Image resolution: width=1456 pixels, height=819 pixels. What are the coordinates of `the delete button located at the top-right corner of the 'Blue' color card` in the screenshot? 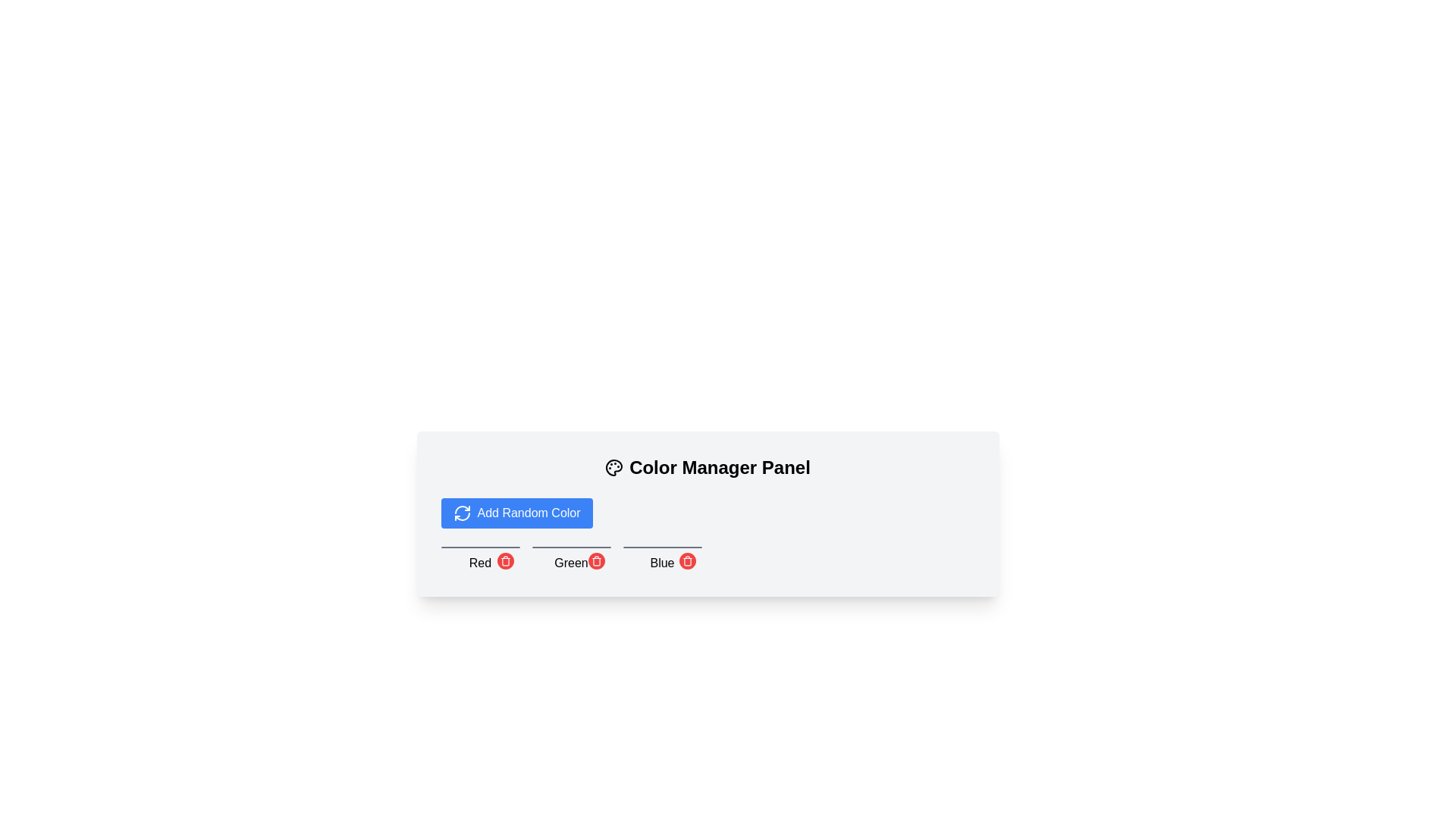 It's located at (686, 561).